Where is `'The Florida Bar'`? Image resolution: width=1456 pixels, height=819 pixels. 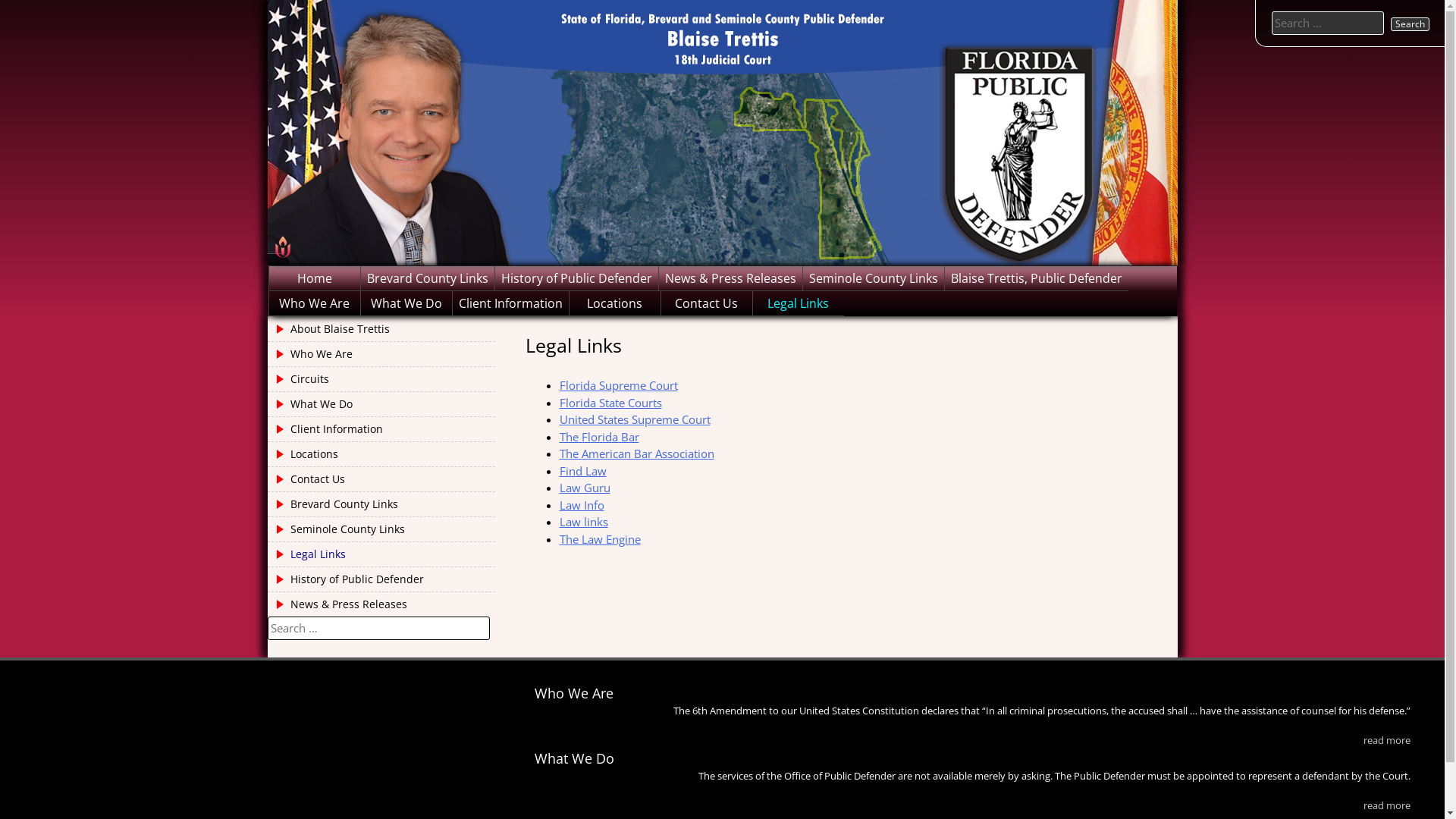 'The Florida Bar' is located at coordinates (598, 436).